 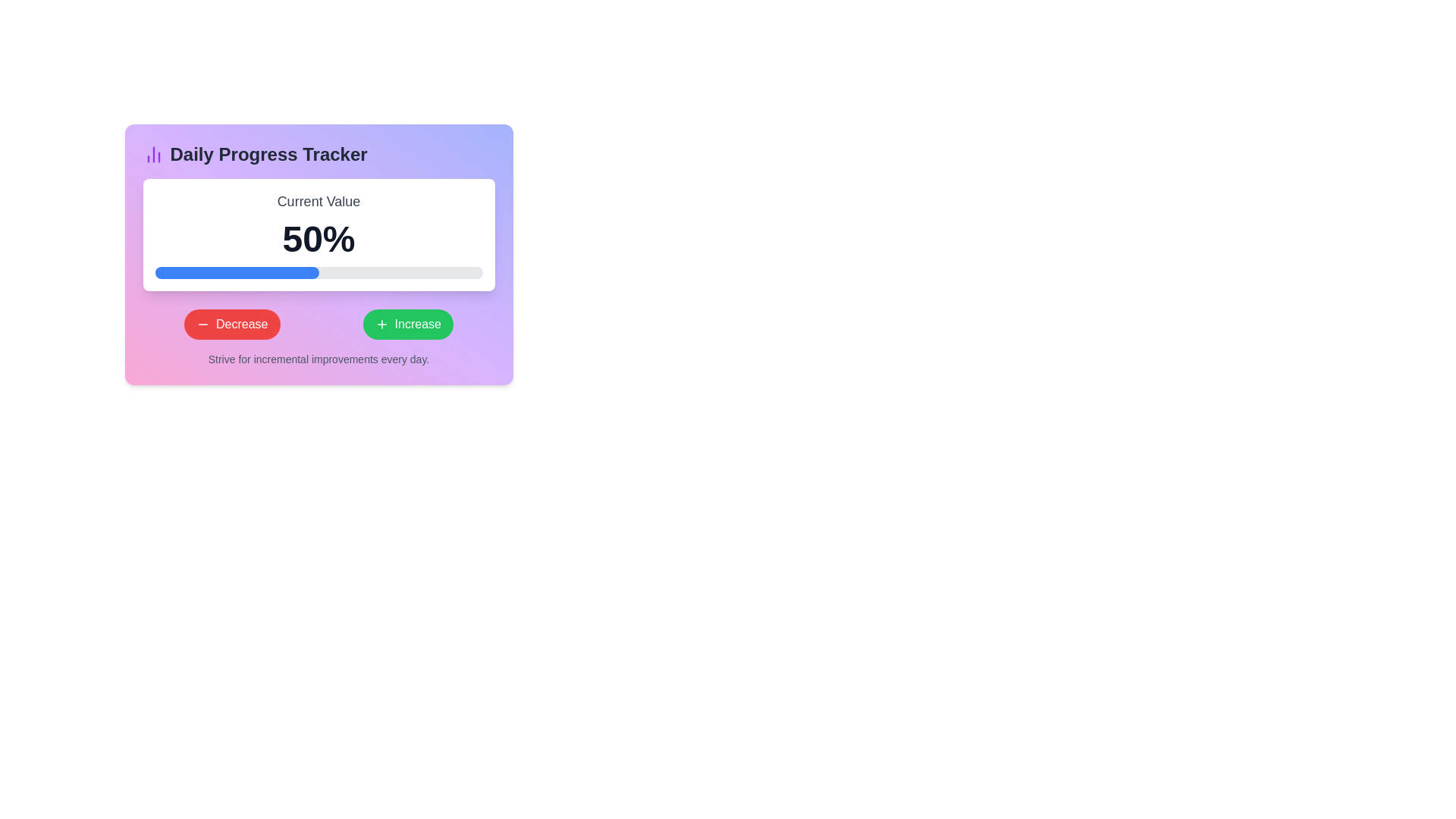 What do you see at coordinates (241, 324) in the screenshot?
I see `text element that displays 'Decrease', which is styled with white text on a red background within a button-like structure` at bounding box center [241, 324].